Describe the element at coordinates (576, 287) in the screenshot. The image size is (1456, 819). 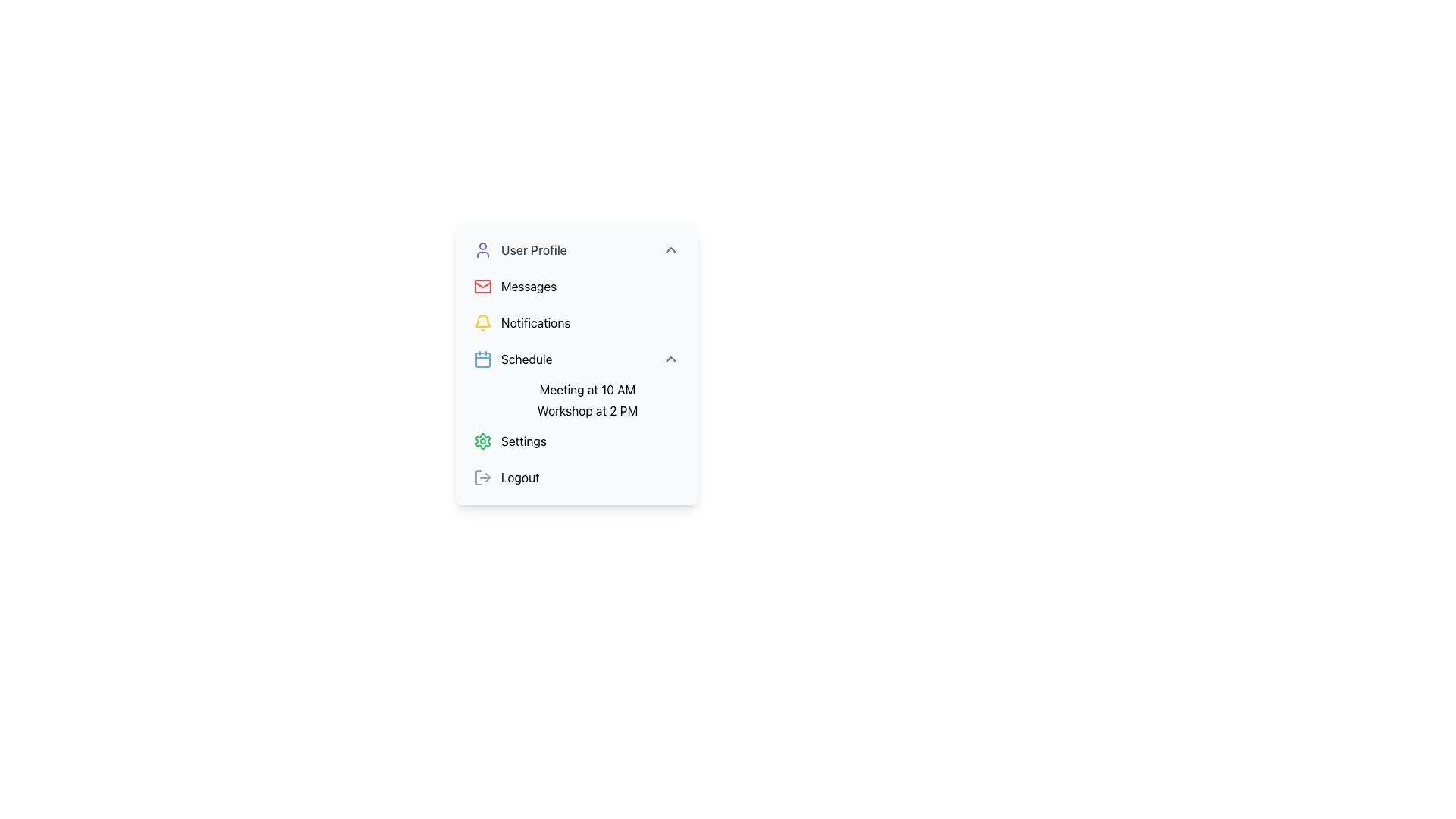
I see `the 'Messages' menu list item, which features a red envelope icon and bold black text on a white background, located below 'User Profile' and above 'Notifications'` at that location.